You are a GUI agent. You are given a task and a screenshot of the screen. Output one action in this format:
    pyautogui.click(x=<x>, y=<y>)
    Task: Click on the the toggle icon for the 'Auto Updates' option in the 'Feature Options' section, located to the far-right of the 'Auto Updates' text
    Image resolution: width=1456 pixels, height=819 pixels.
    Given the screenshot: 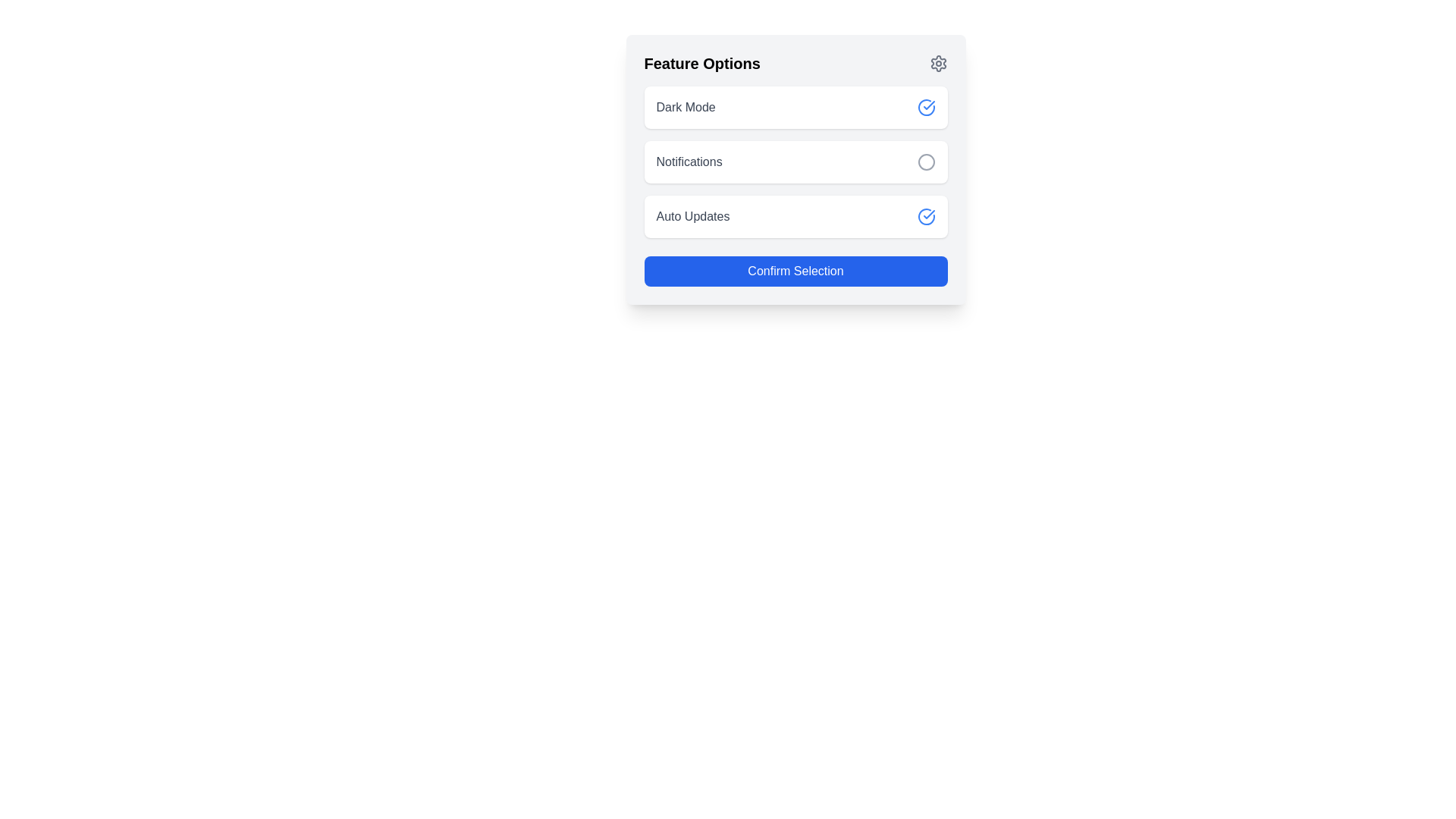 What is the action you would take?
    pyautogui.click(x=925, y=216)
    